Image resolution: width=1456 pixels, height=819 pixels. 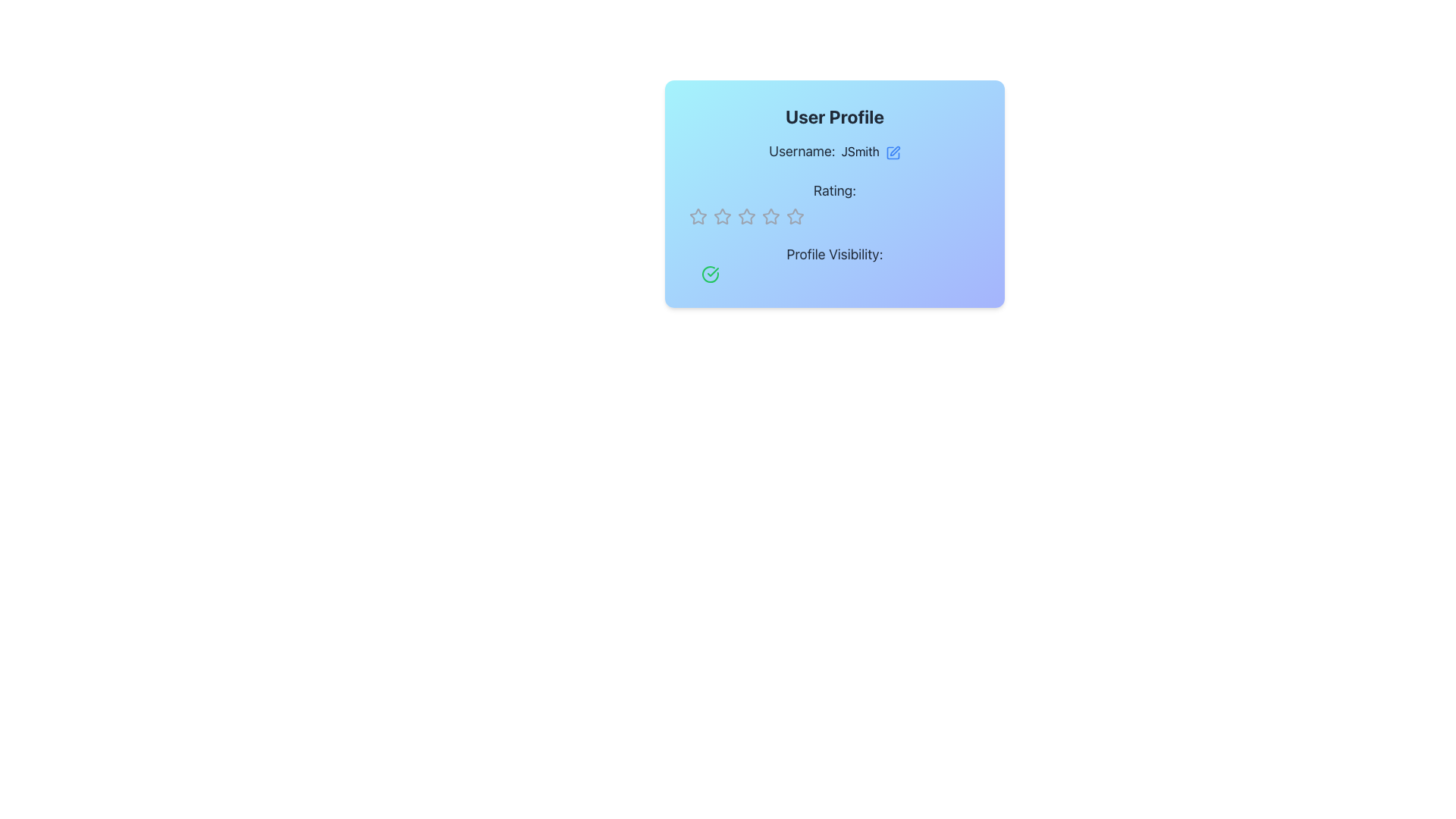 What do you see at coordinates (709, 275) in the screenshot?
I see `the 'verified' or 'confirmed' status icon located to the left of the 'Profile Visibility:' label, positioned slightly below the last text in the interface` at bounding box center [709, 275].